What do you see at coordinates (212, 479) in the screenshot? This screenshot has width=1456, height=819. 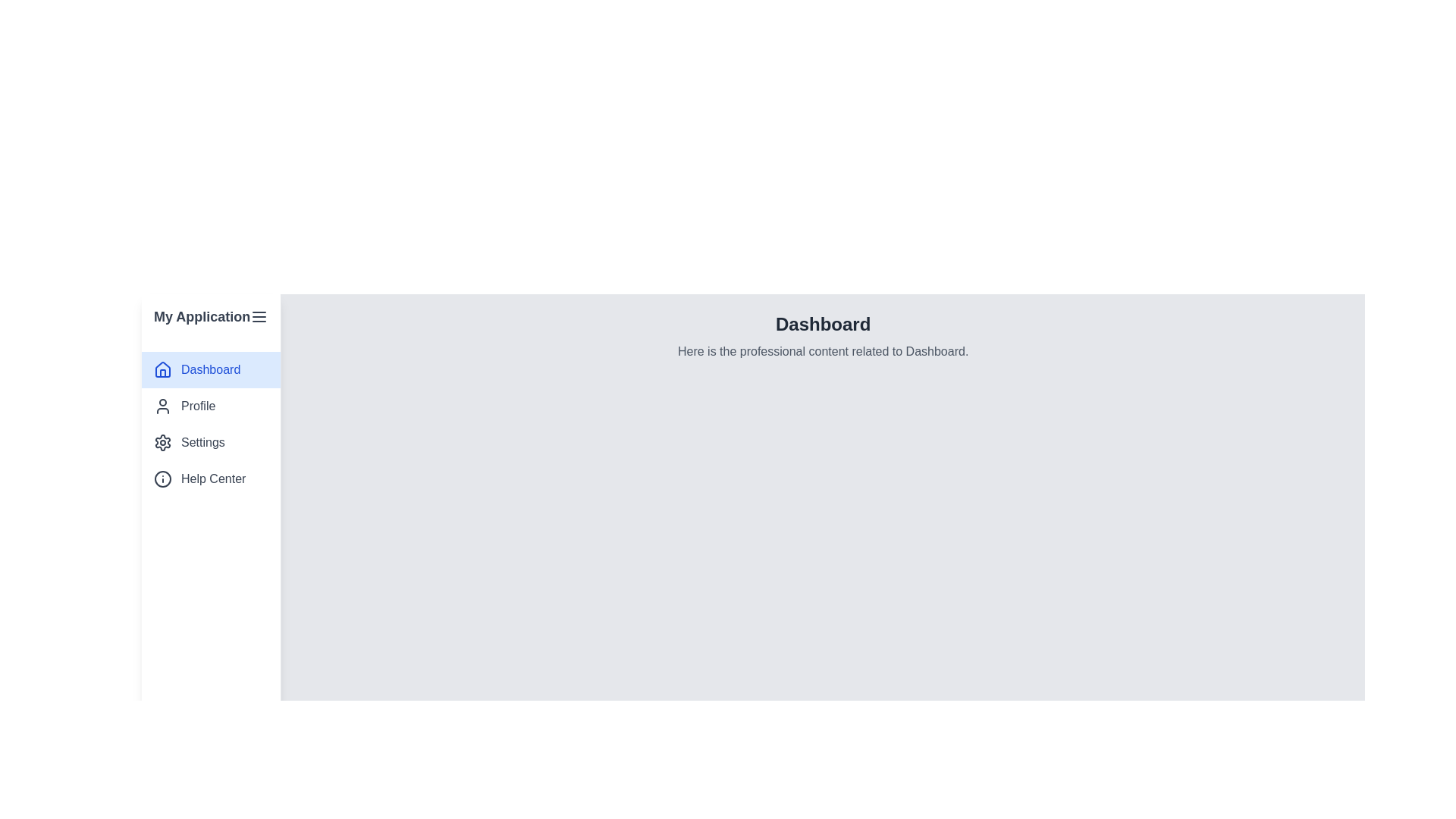 I see `text label element located in the vertical menu on the left side, which is the last option below 'Settings' and includes an 'info' icon to its left, to understand its purpose` at bounding box center [212, 479].